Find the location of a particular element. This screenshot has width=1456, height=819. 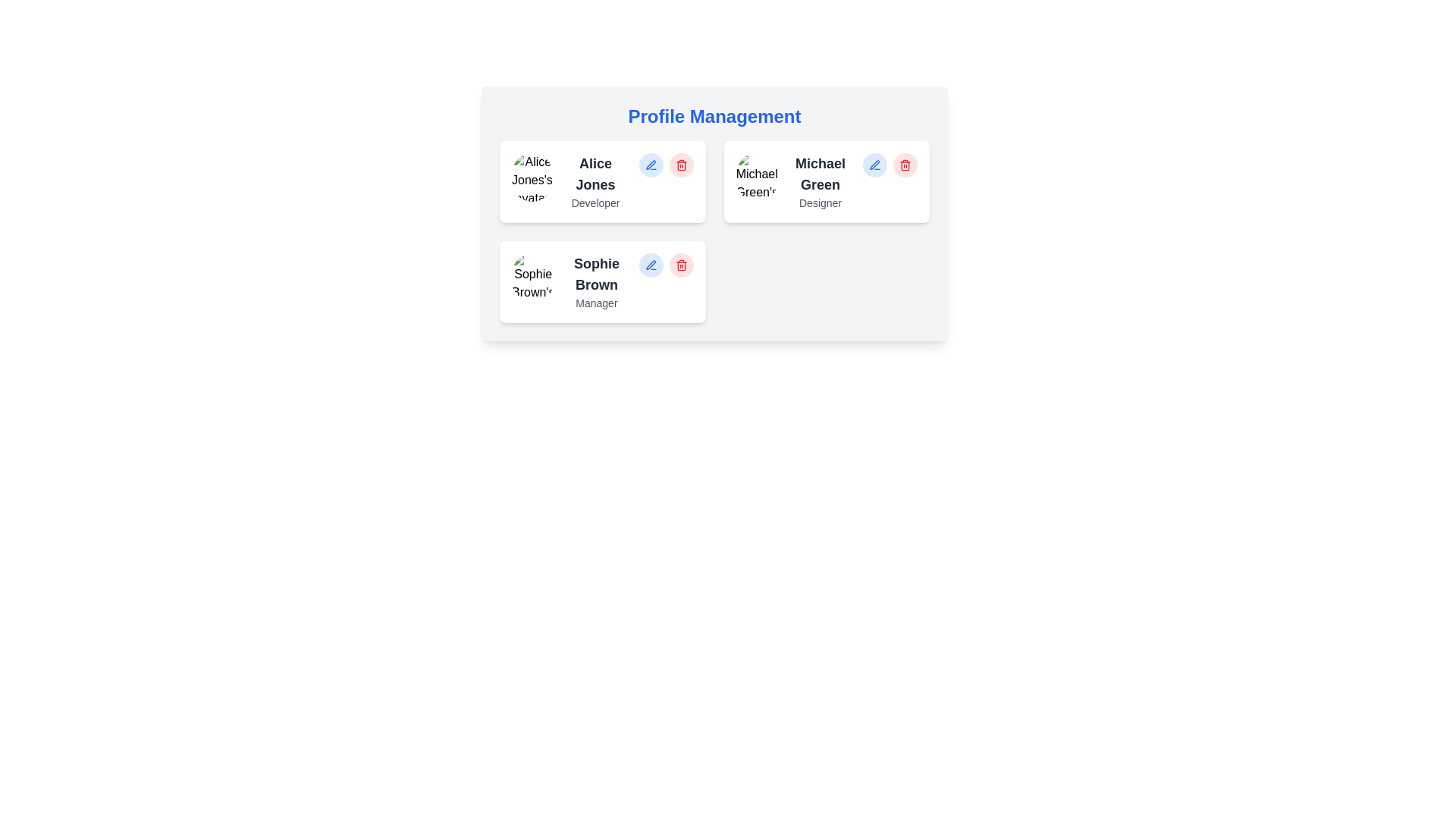

the circular image placeholder used as a user avatar located at the top-left corner of the card containing 'Sophie BrownManager' is located at coordinates (533, 278).